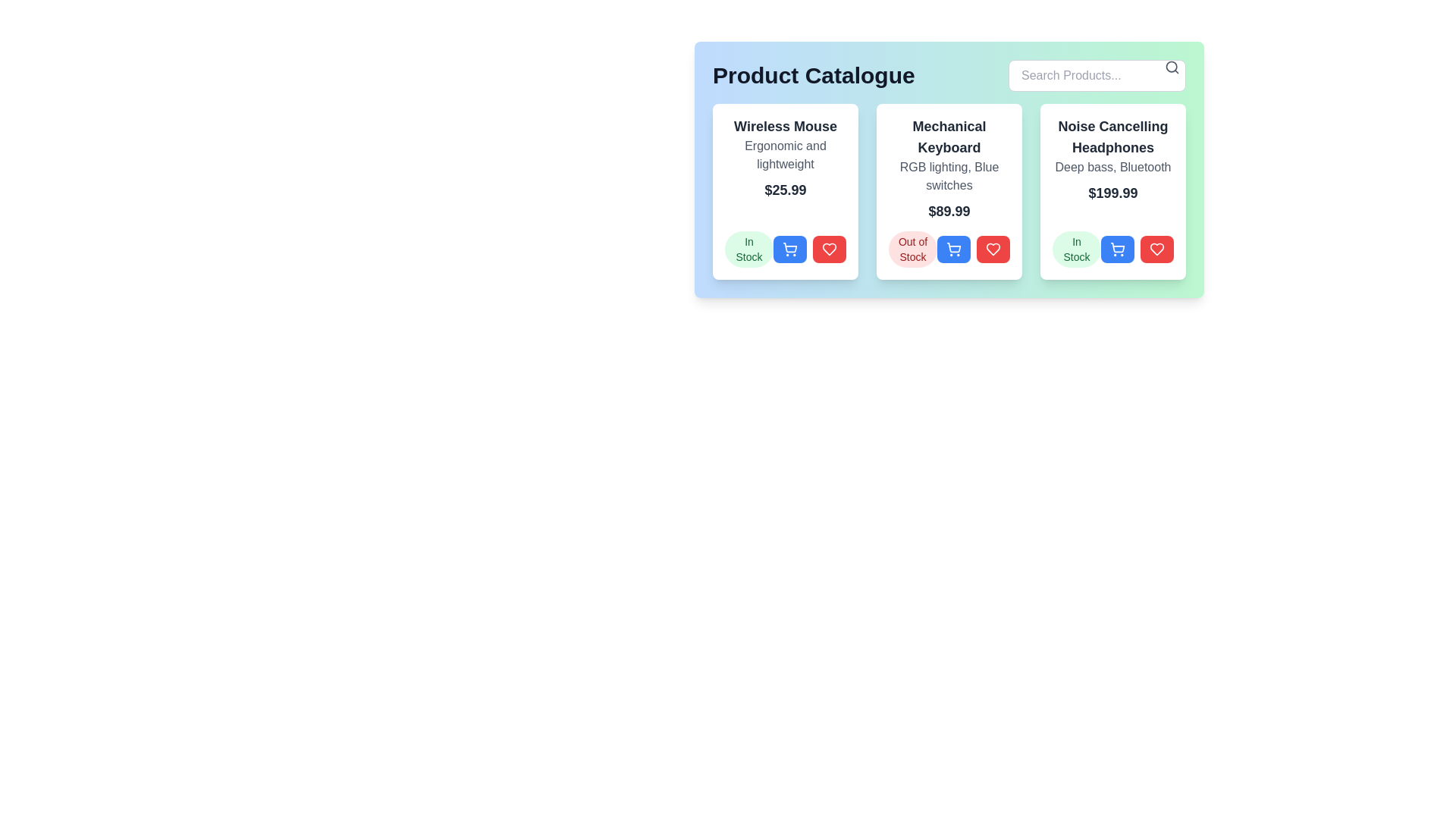 The height and width of the screenshot is (819, 1456). Describe the element at coordinates (1156, 248) in the screenshot. I see `the favorite icon located at the bottom-right corner of the 'Noise Cancelling Headphones' product card to mark it as a favorite` at that location.